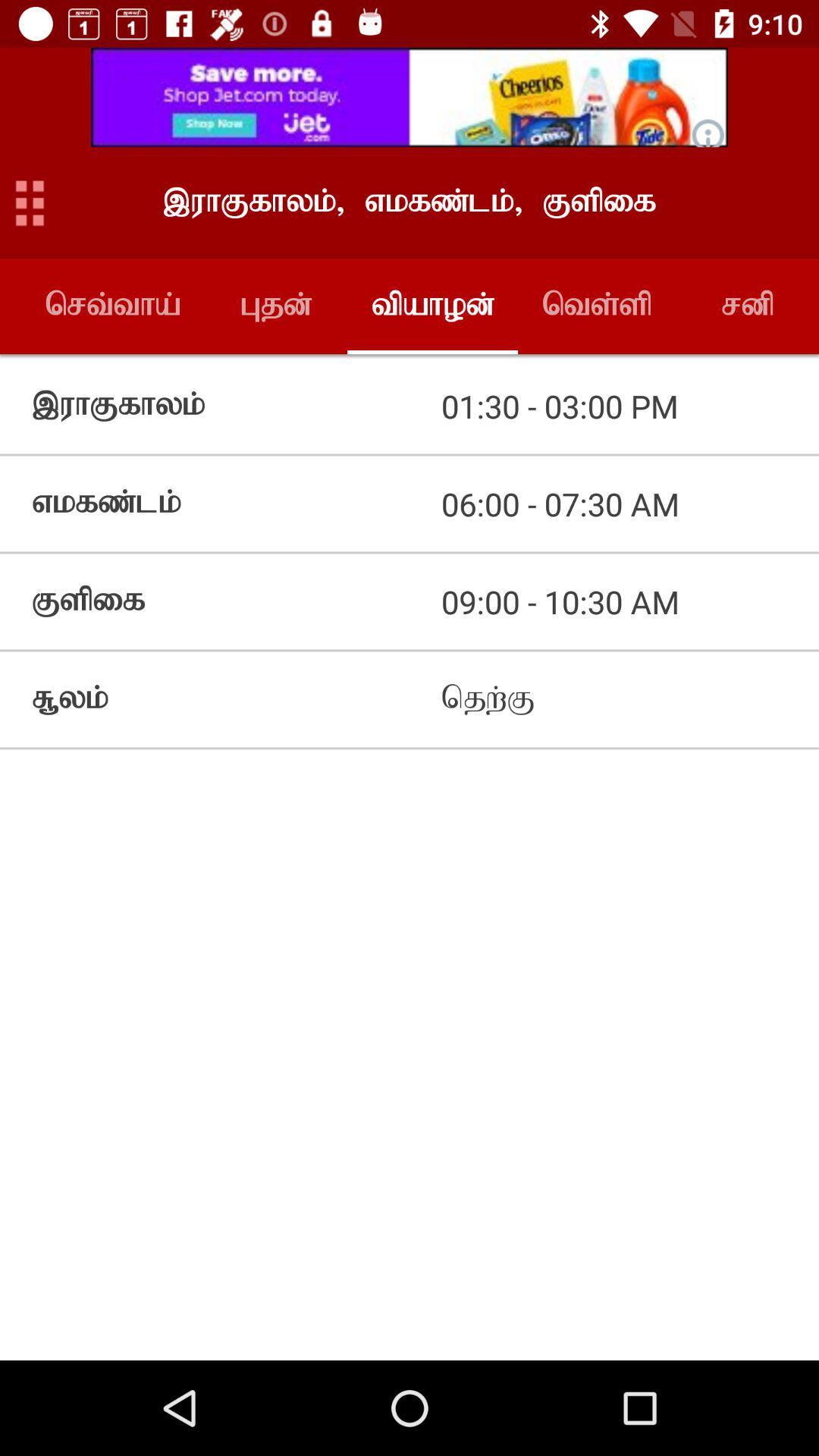 Image resolution: width=819 pixels, height=1456 pixels. Describe the element at coordinates (30, 202) in the screenshot. I see `open menu` at that location.